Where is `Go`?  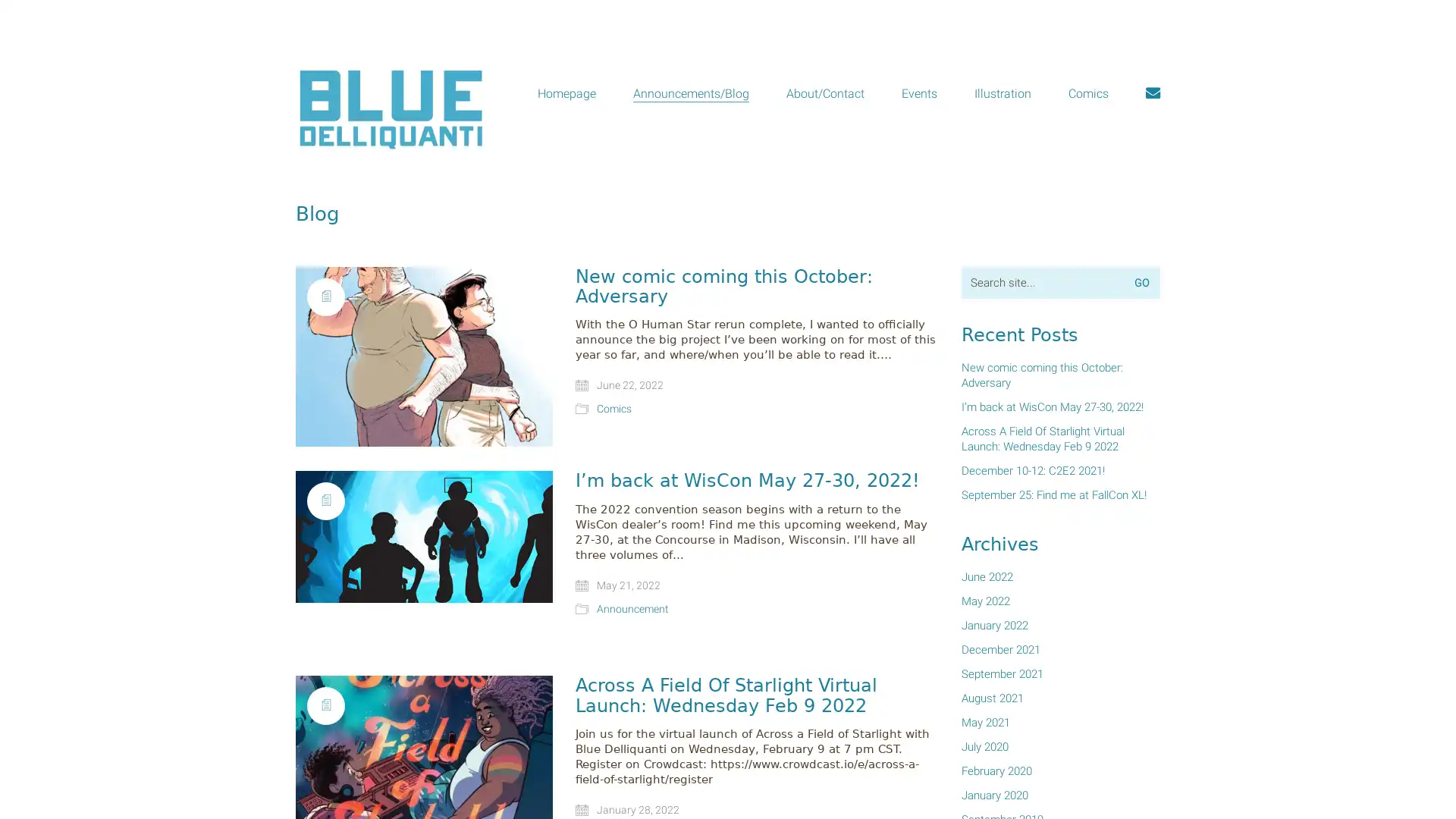 Go is located at coordinates (1145, 282).